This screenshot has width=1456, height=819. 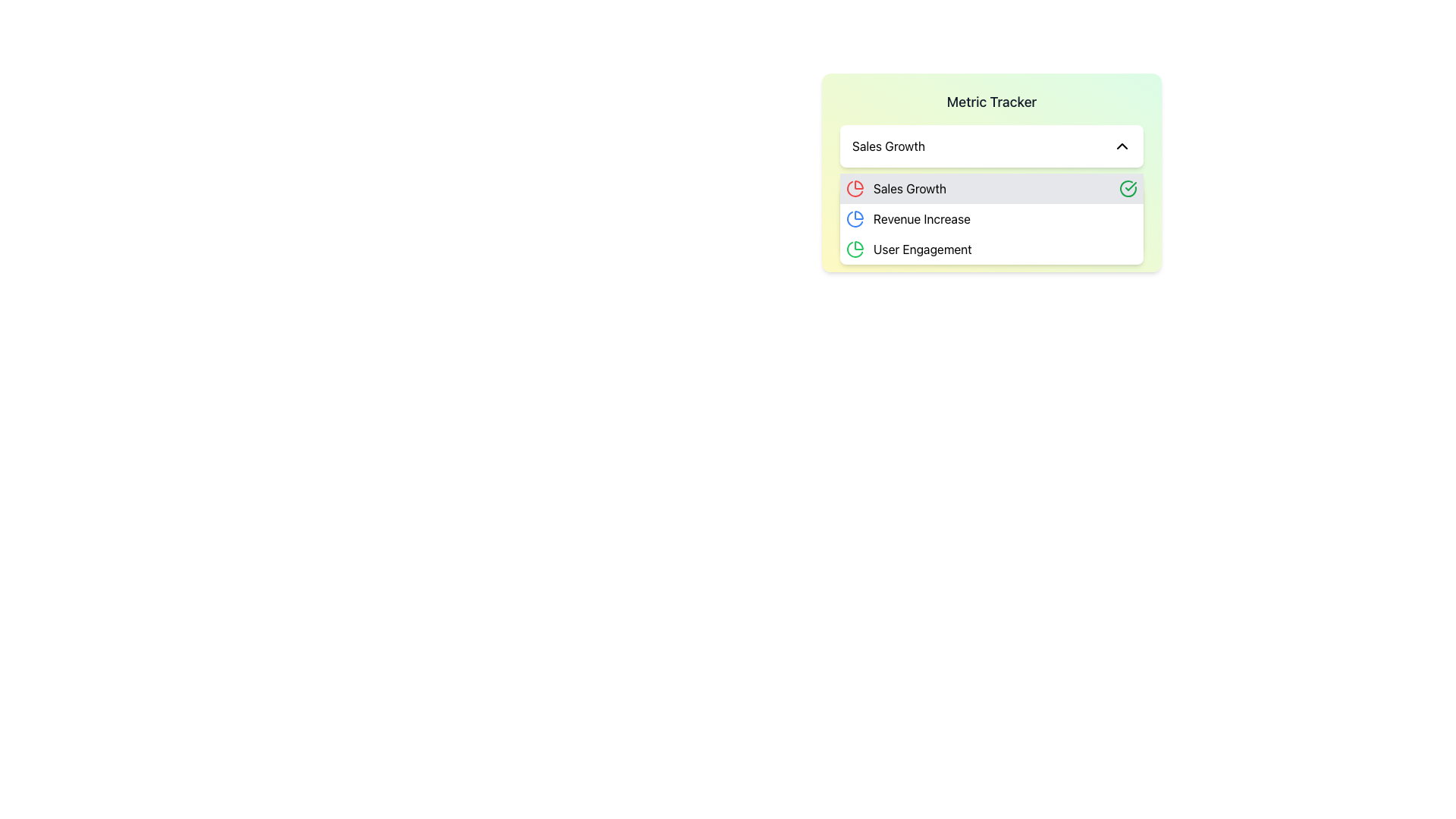 I want to click on the circular green checkmark icon located at the right end of the 'Sales Growth' row in the 'Metric Tracker' dropdown list, so click(x=1128, y=188).